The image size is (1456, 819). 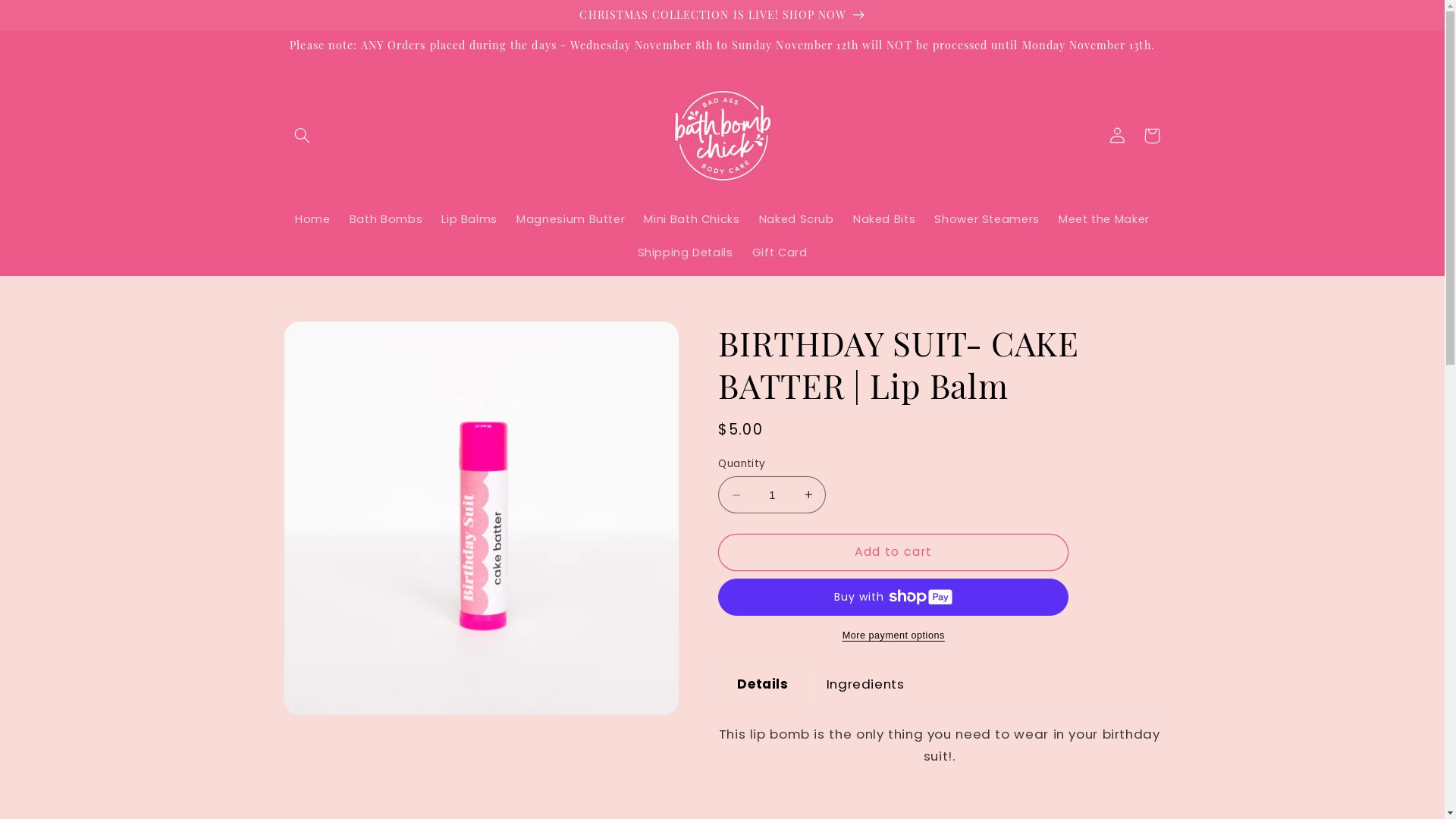 I want to click on 'Decrease quantity for BIRTHDAY SUIT- CAKE BATTER | Lip Balm', so click(x=736, y=494).